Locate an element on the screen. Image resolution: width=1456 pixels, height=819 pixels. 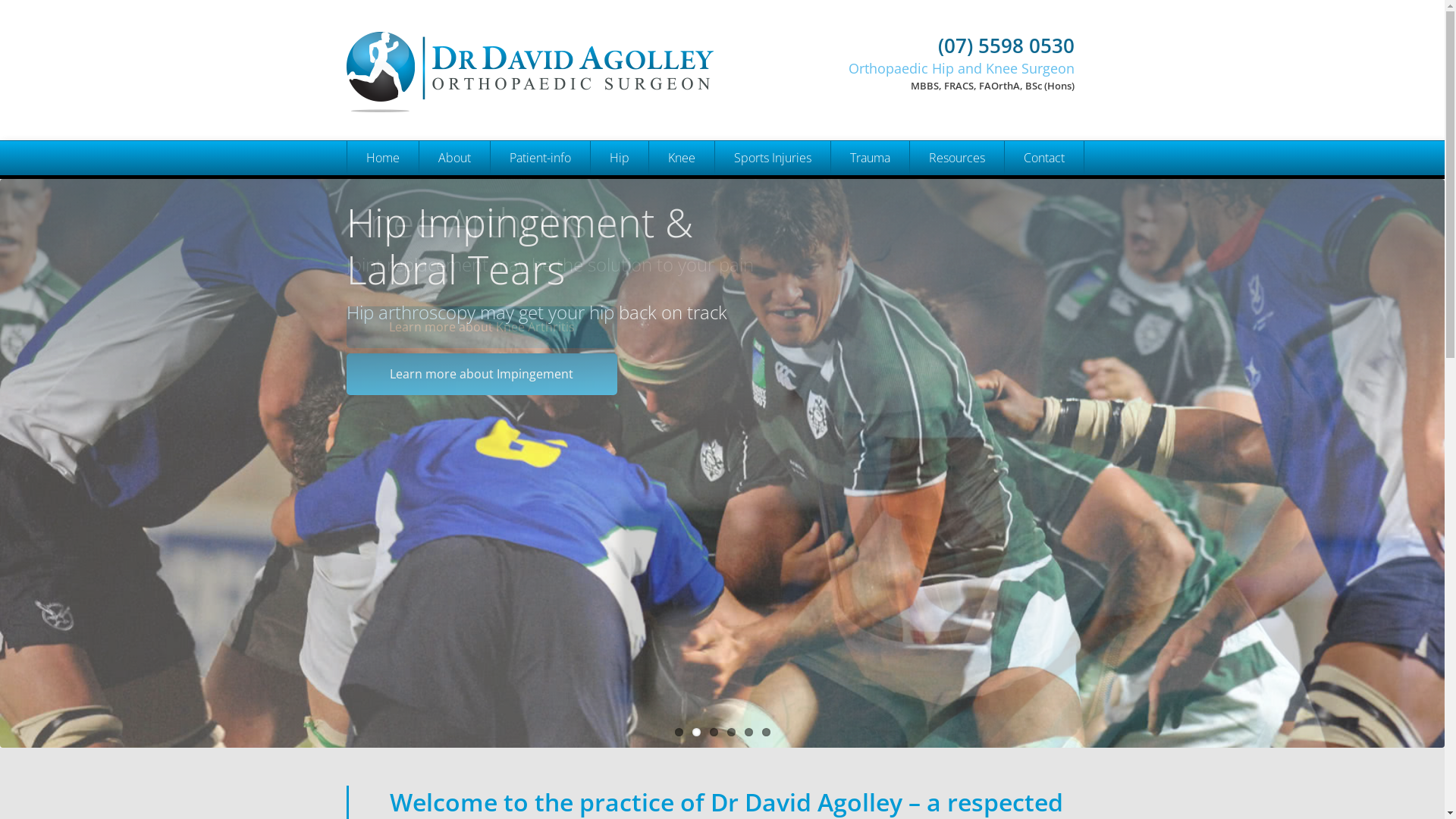
'Appointments' is located at coordinates (539, 259).